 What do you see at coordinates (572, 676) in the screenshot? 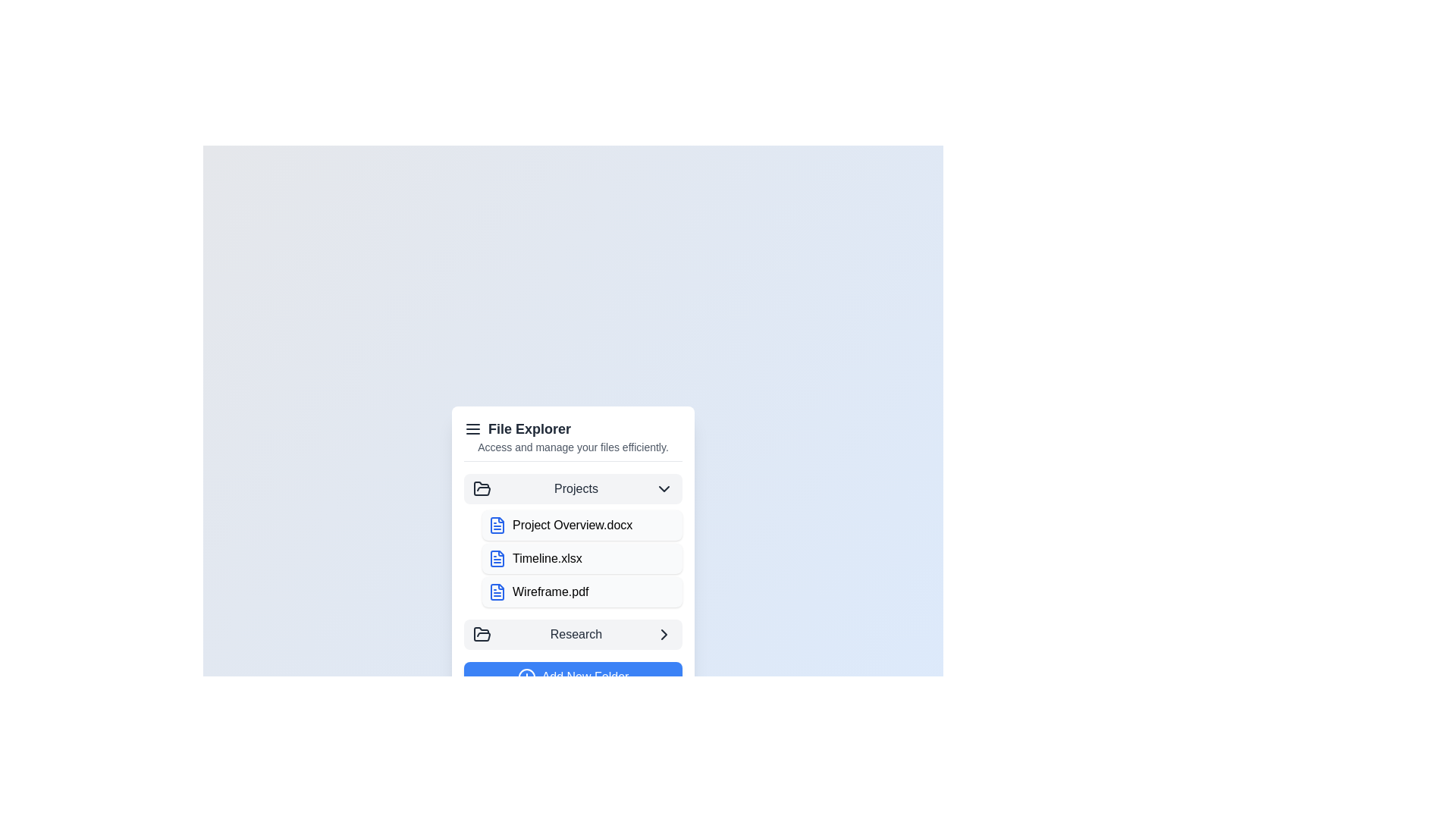
I see `the 'Add New Folder' button` at bounding box center [572, 676].